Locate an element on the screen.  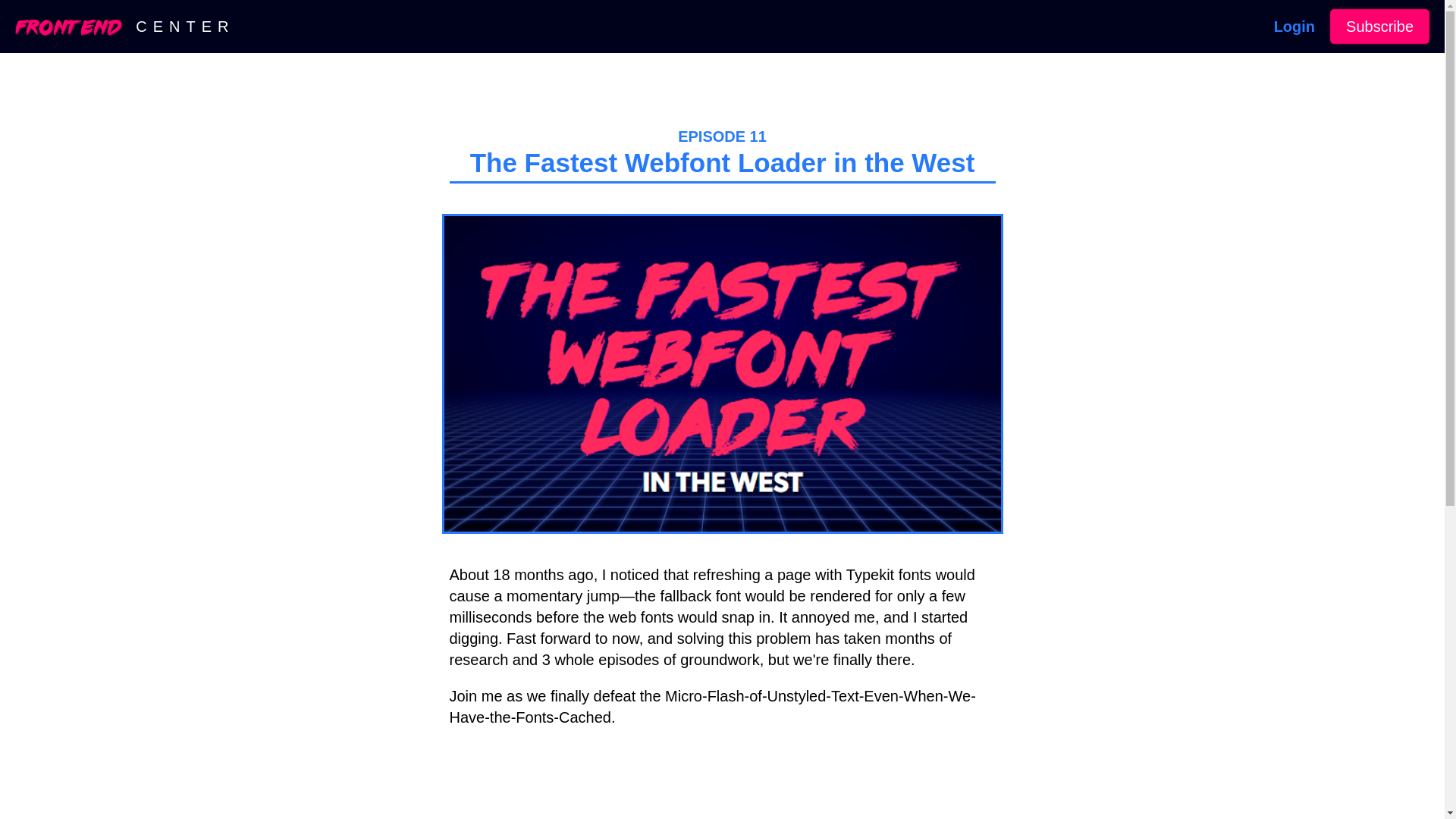
'FRONT ENDCENTER' is located at coordinates (124, 26).